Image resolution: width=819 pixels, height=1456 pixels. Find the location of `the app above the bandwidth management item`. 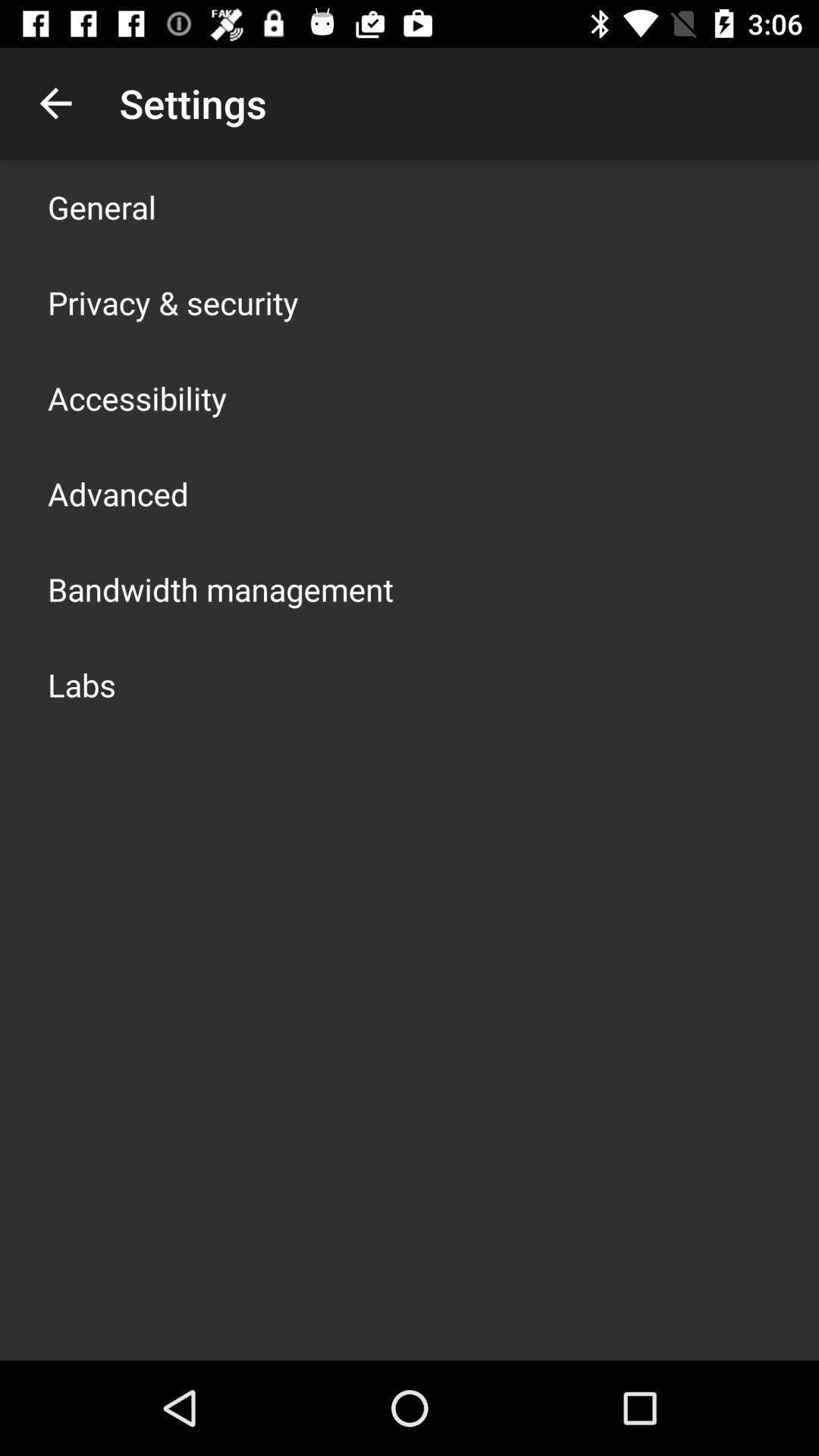

the app above the bandwidth management item is located at coordinates (117, 494).